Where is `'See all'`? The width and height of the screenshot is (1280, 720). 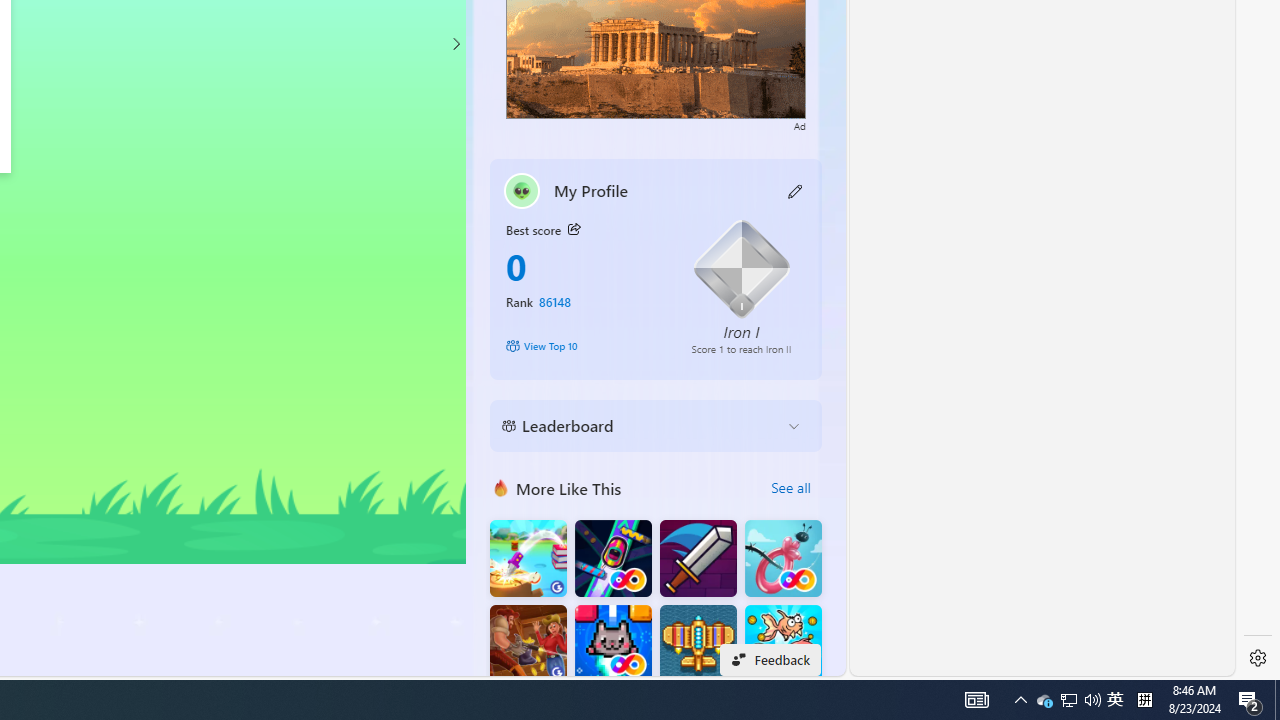
'See all' is located at coordinates (790, 488).